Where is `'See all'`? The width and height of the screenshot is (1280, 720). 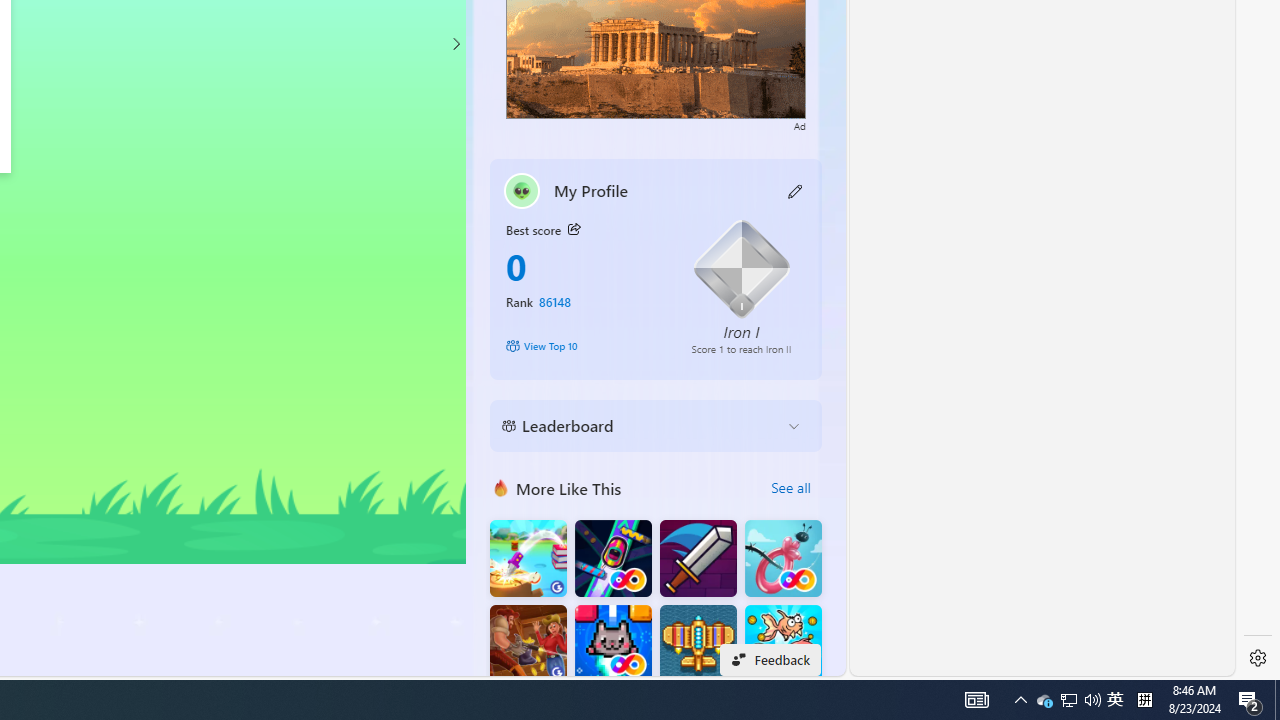
'See all' is located at coordinates (790, 488).